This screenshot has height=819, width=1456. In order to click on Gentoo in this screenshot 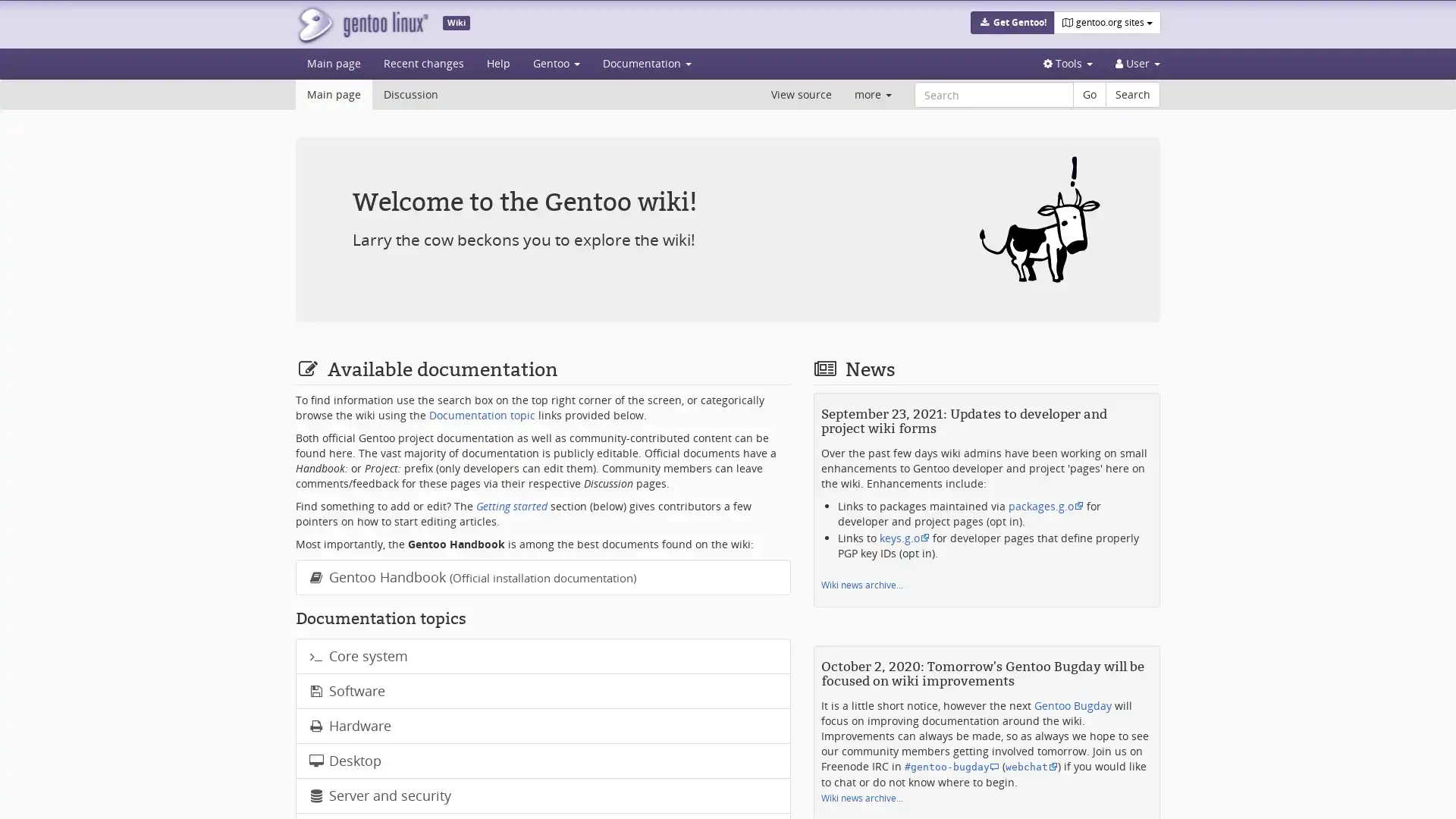, I will do `click(556, 63)`.